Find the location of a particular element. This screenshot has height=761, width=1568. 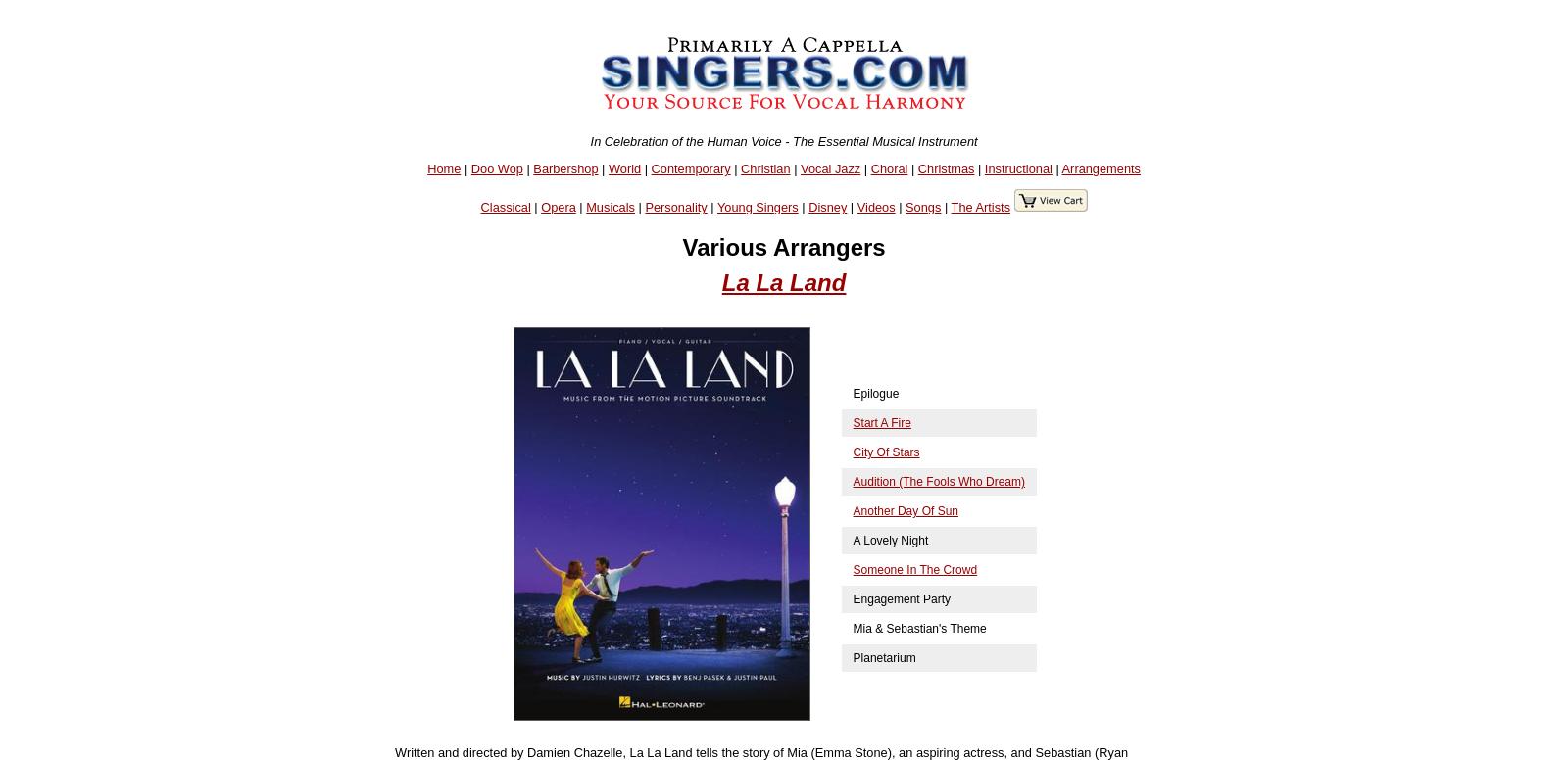

'City Of Stars' is located at coordinates (884, 452).